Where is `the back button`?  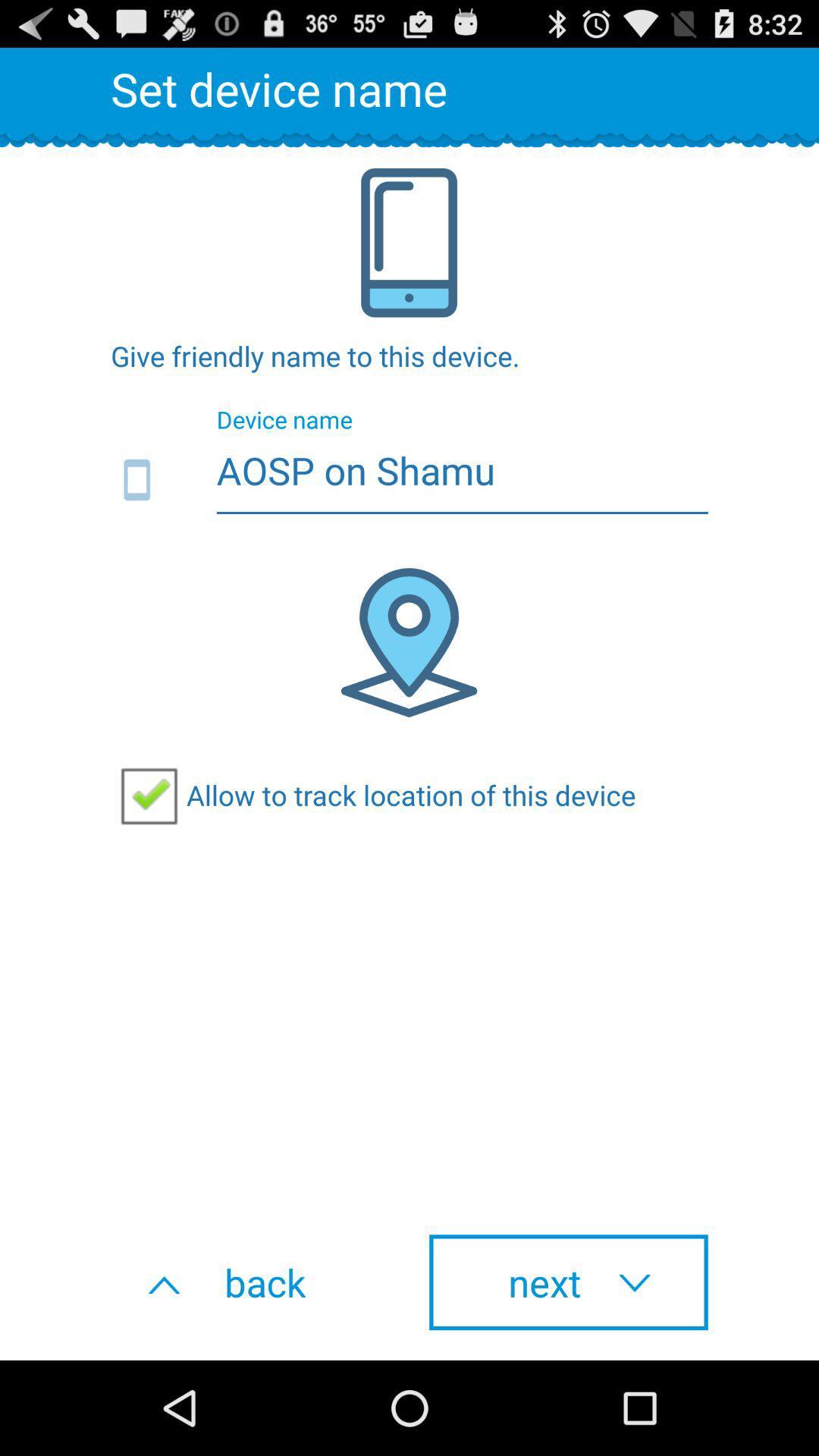
the back button is located at coordinates (249, 1282).